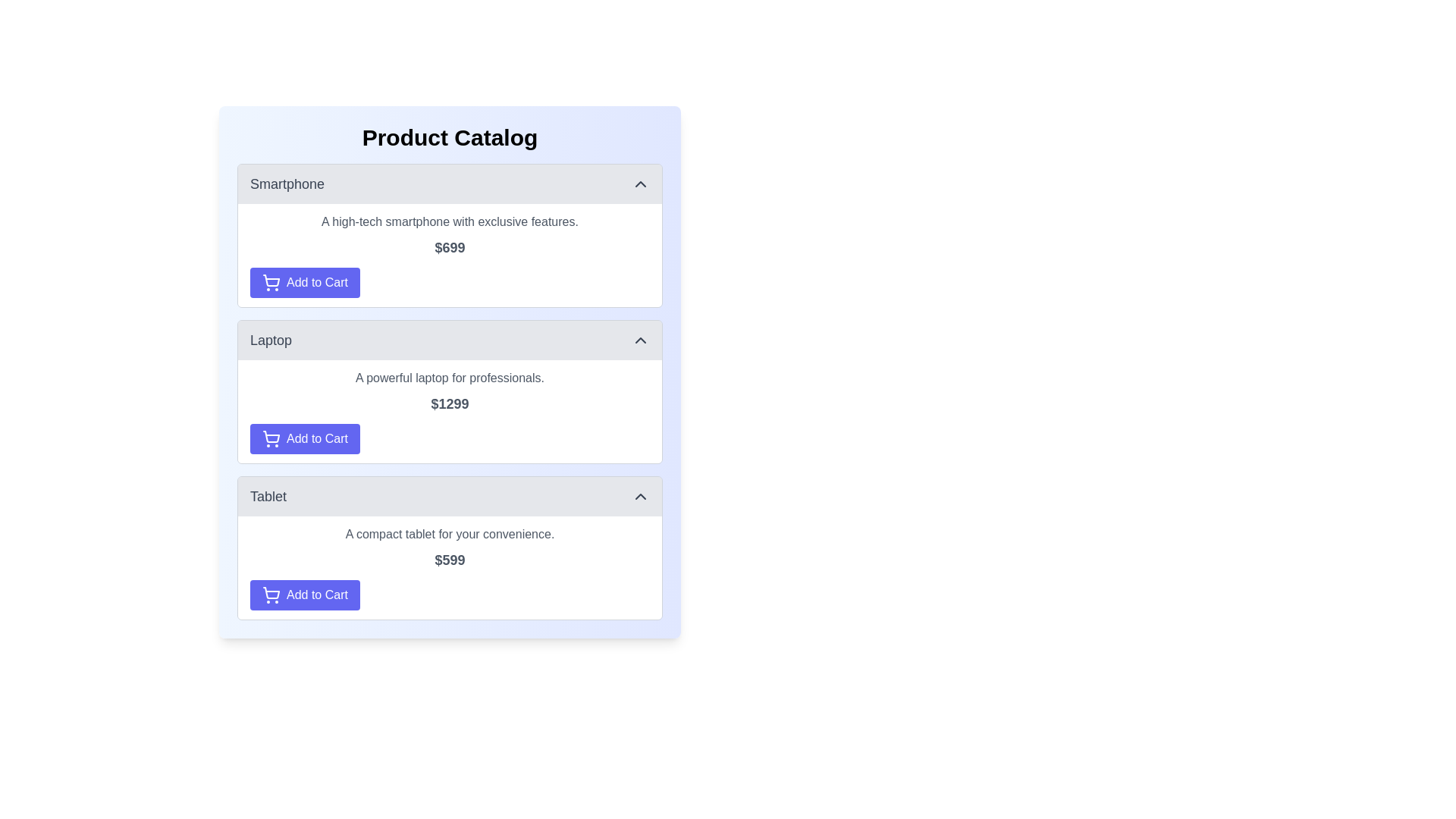 The width and height of the screenshot is (1456, 819). I want to click on the text element that describes the key feature of the laptop in the product catalog, located above the price and 'Add to Cart' button, so click(449, 377).